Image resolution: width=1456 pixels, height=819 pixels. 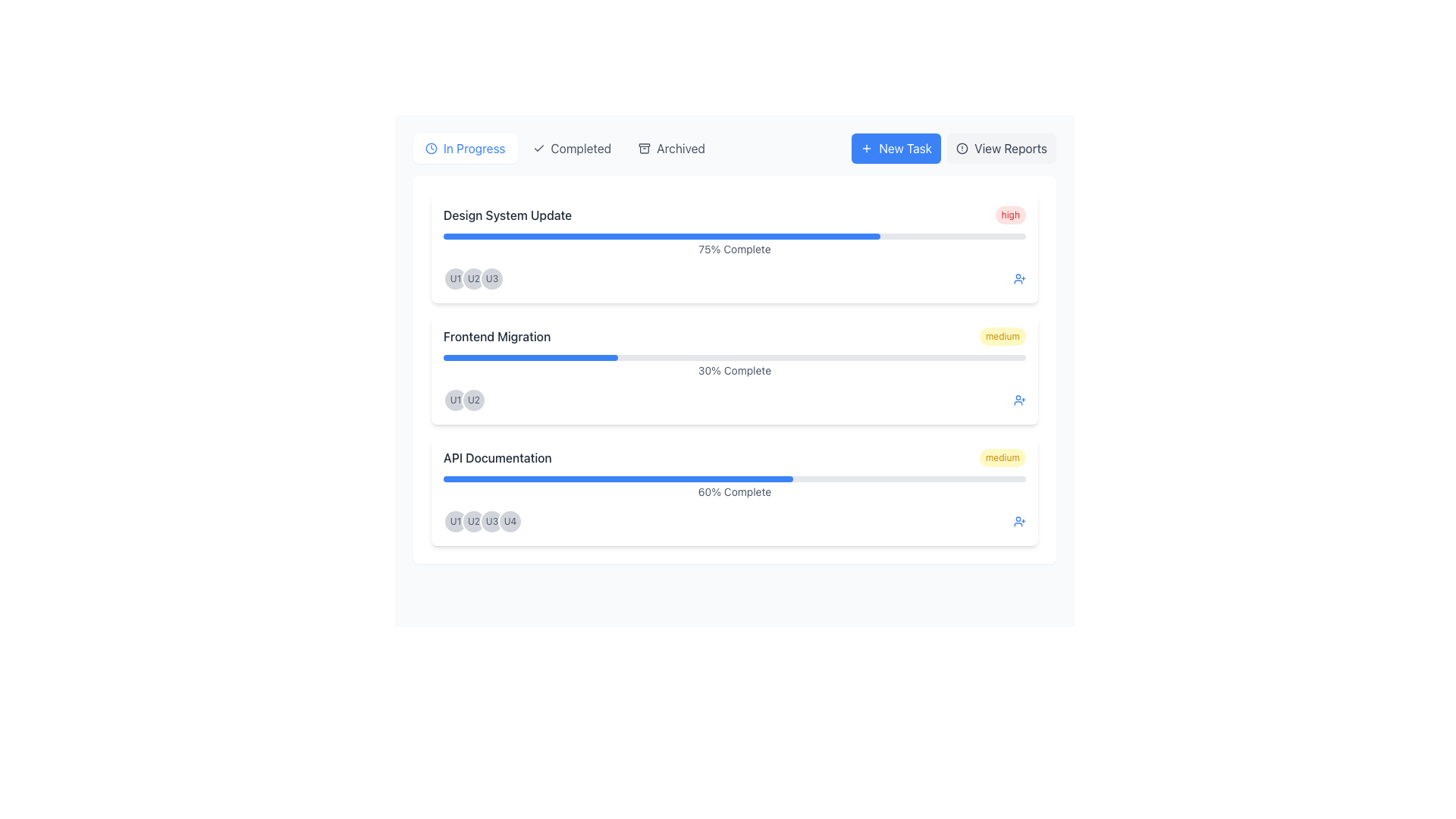 What do you see at coordinates (735, 370) in the screenshot?
I see `the main content section that displays a list of project tasks, including 'Design System Update', 'Frontend Migration', and 'API Documentation'` at bounding box center [735, 370].